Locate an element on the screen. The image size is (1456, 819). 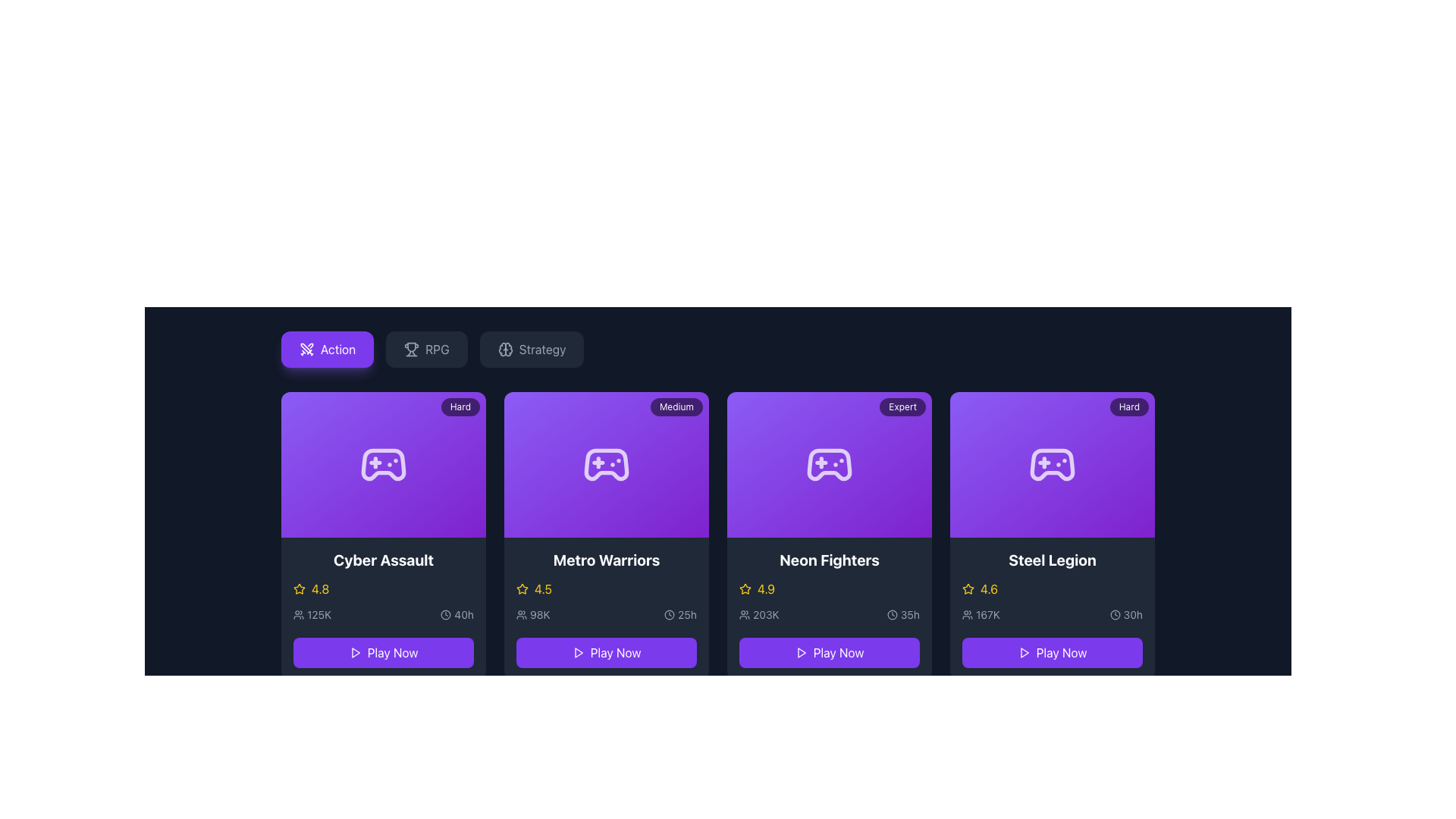
the user icon located to the left of the text '167K' at the bottom of the fourth card labeled 'Steel Legion' is located at coordinates (967, 614).